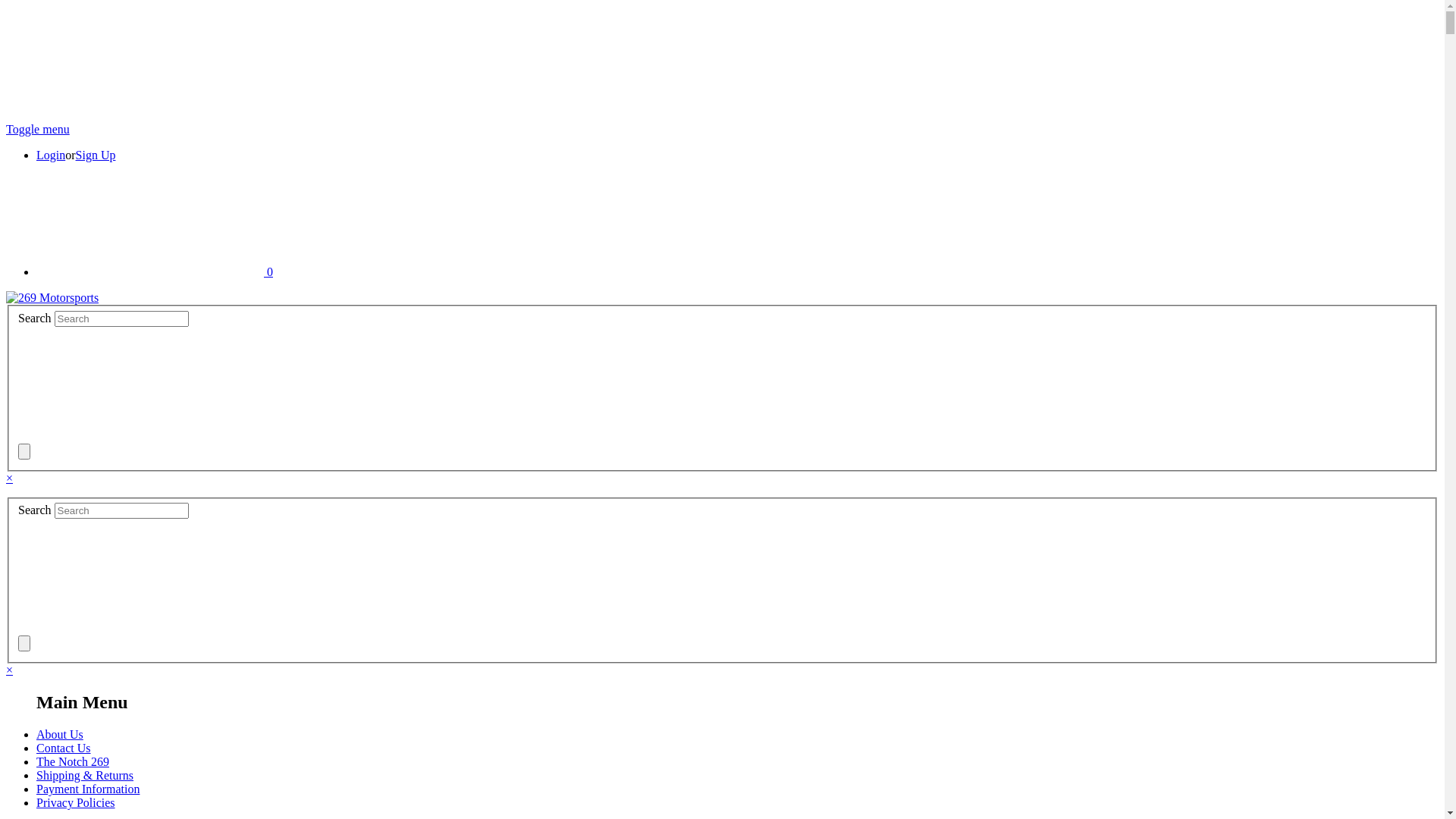  Describe the element at coordinates (62, 747) in the screenshot. I see `'Contact Us'` at that location.